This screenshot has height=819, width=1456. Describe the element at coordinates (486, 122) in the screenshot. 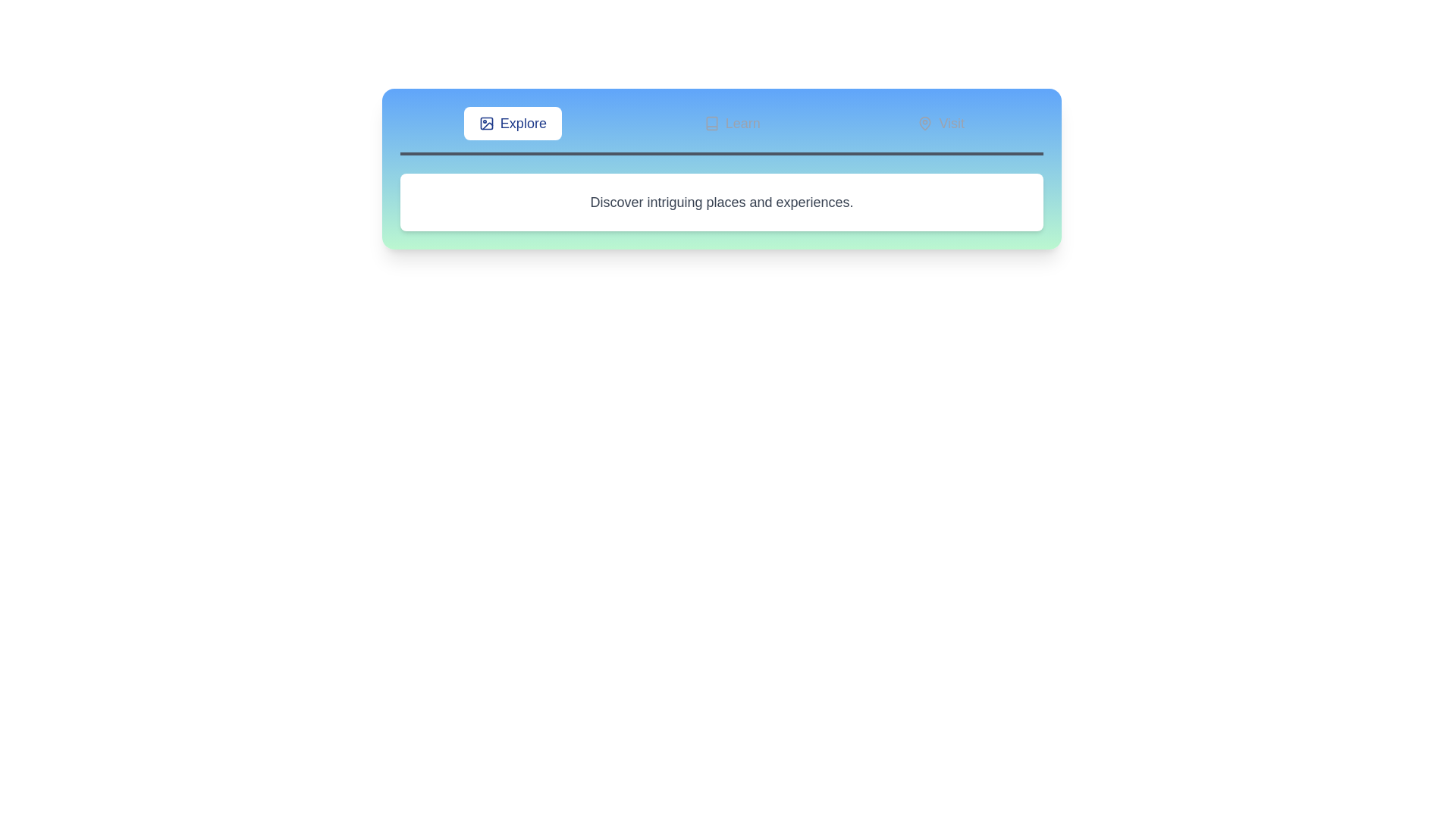

I see `the graphical icon which is a rectangular icon with rounded corners located within the 'Explore' button in the navigation bar` at that location.